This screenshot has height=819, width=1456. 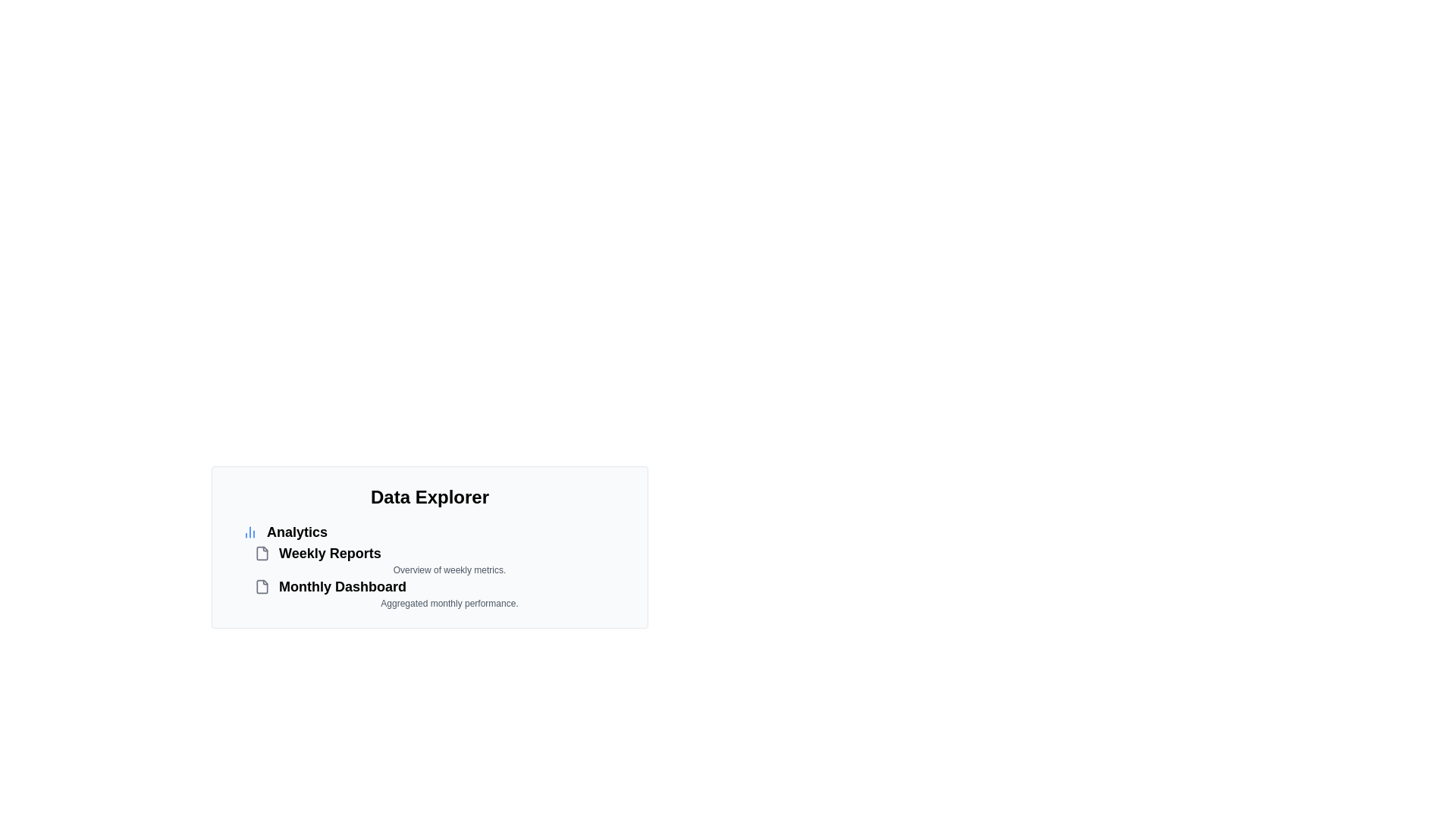 I want to click on the selectable Text item with subtitle that summarizes aggregated monthly data, located under the heading 'Data Explorer.', so click(x=441, y=592).